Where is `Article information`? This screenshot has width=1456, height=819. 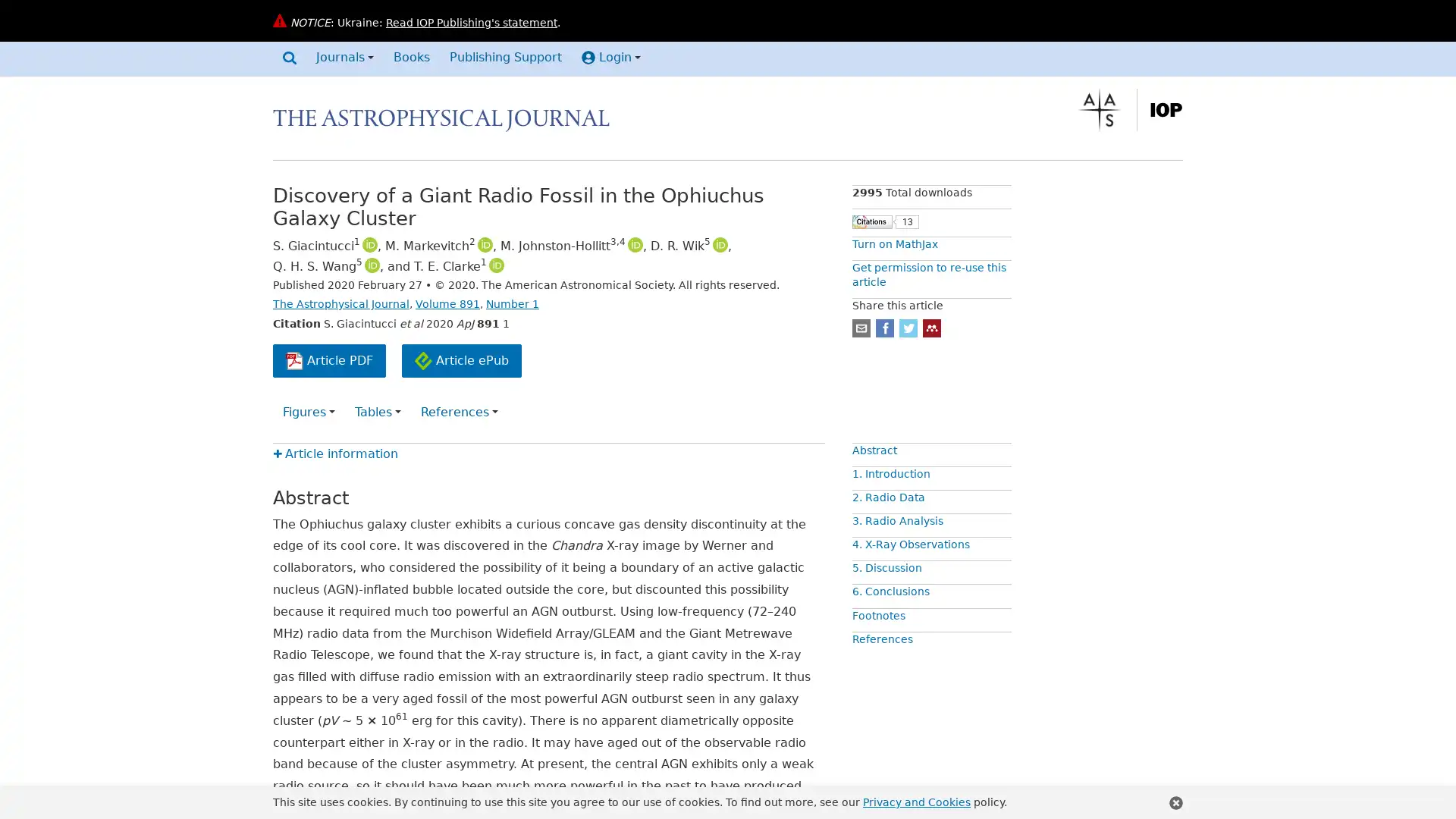
Article information is located at coordinates (334, 452).